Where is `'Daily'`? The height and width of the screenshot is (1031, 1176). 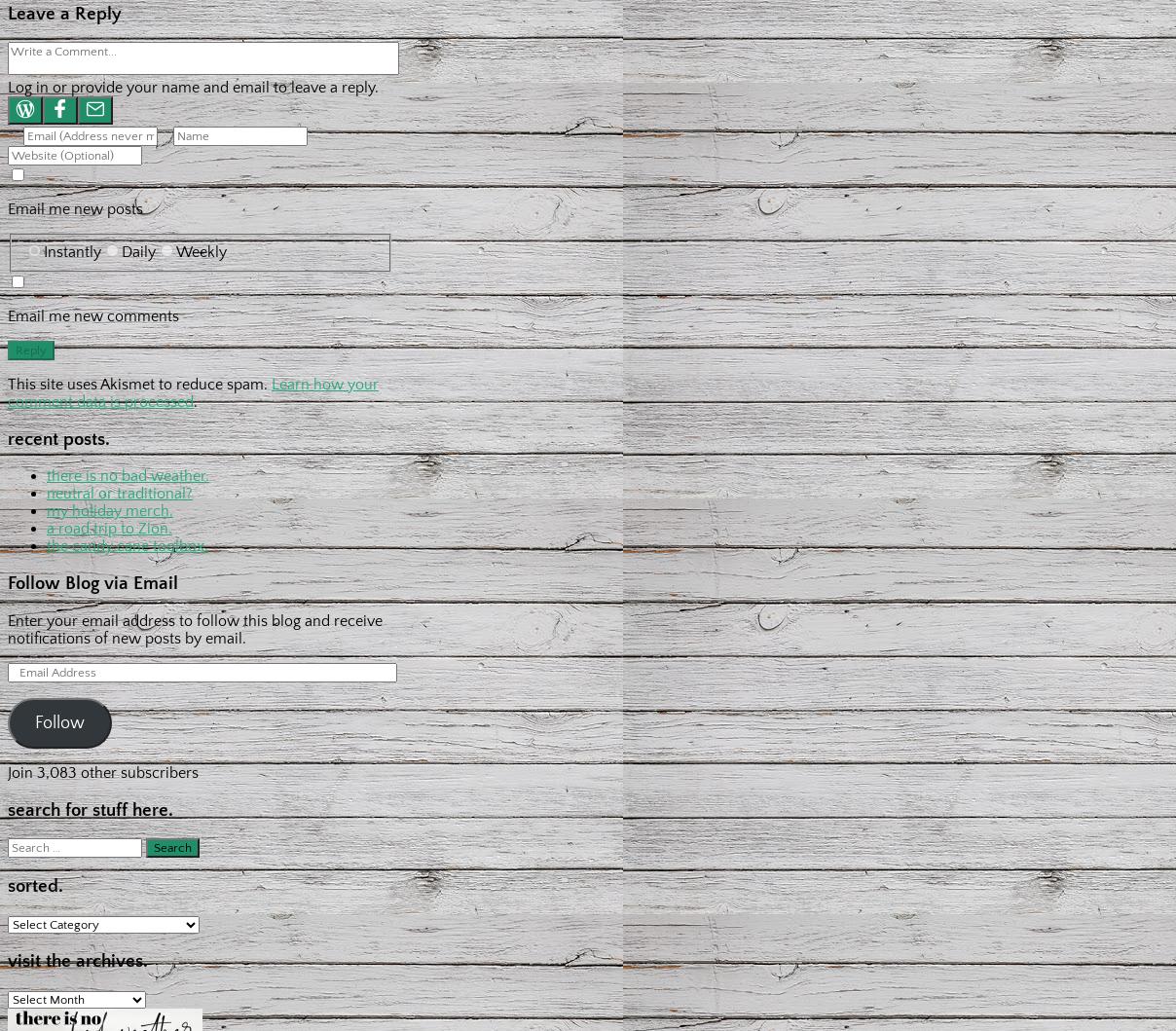 'Daily' is located at coordinates (137, 250).